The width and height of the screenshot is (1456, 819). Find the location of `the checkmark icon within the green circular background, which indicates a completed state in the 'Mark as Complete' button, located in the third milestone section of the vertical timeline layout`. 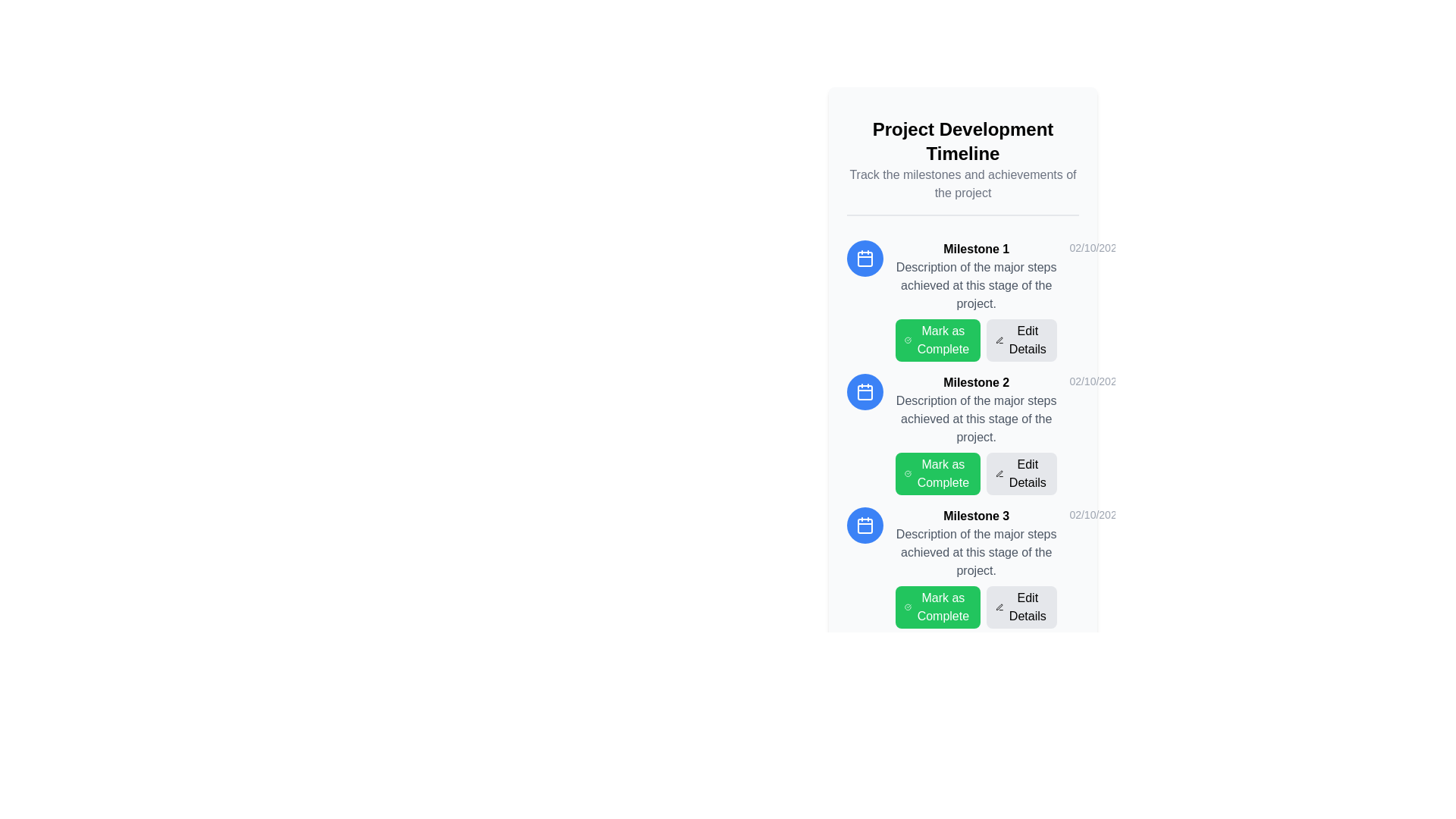

the checkmark icon within the green circular background, which indicates a completed state in the 'Mark as Complete' button, located in the third milestone section of the vertical timeline layout is located at coordinates (908, 472).